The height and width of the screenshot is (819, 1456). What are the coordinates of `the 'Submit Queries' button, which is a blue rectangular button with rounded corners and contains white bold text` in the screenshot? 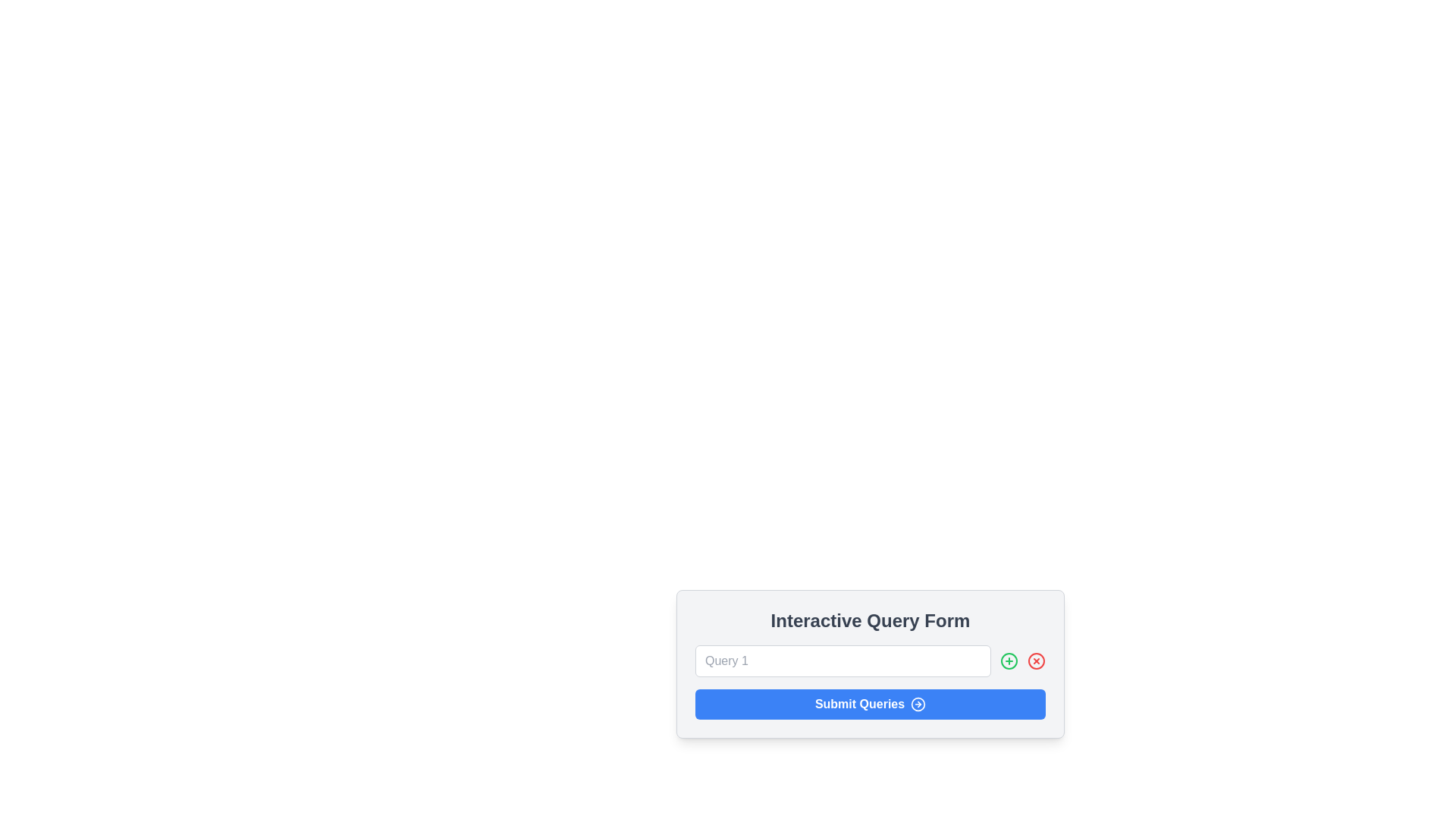 It's located at (870, 704).